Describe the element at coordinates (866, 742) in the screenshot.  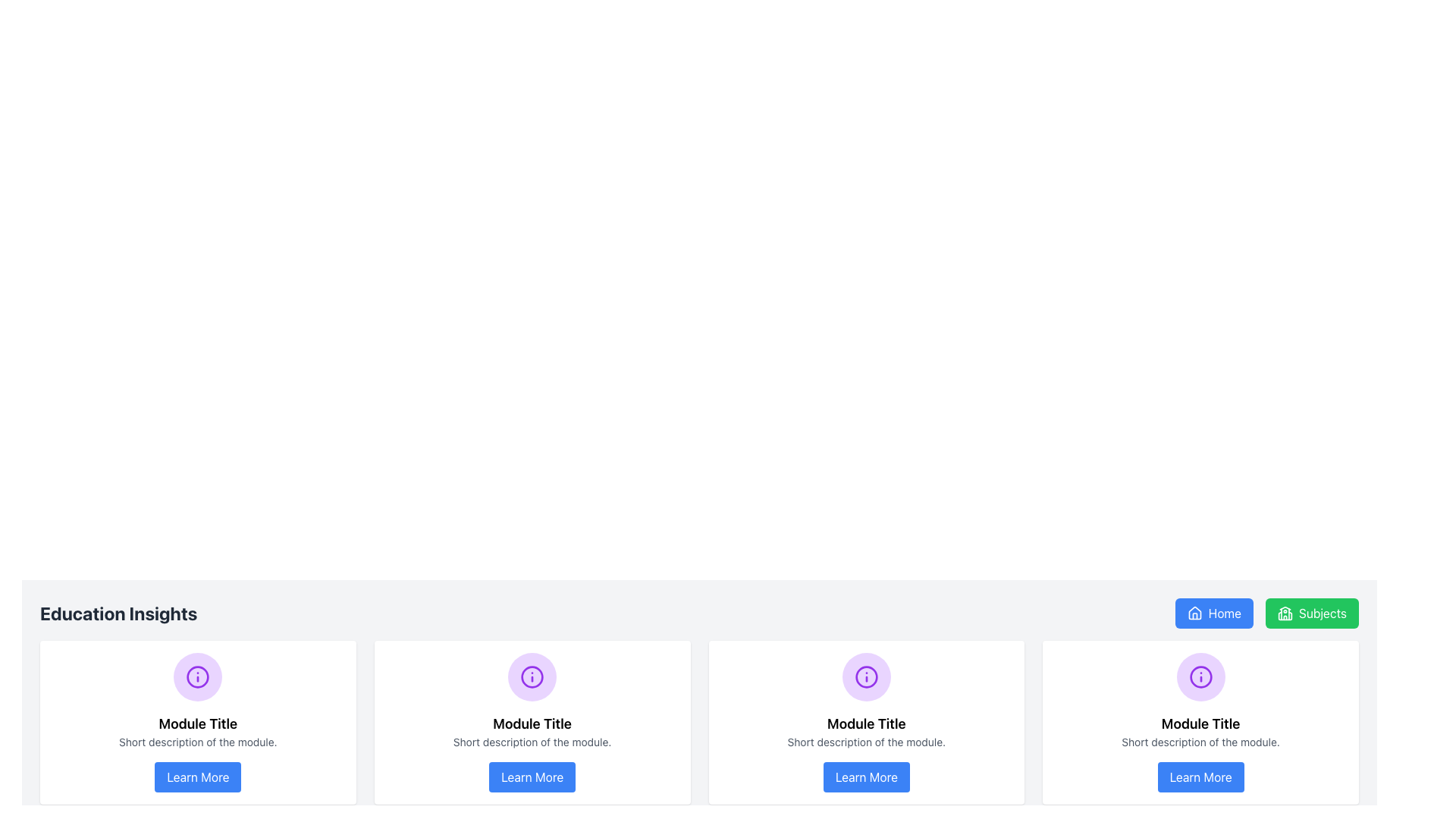
I see `the static text element reading 'Short description of the module.' which is located beneath the title 'Module Title' within a card interface` at that location.